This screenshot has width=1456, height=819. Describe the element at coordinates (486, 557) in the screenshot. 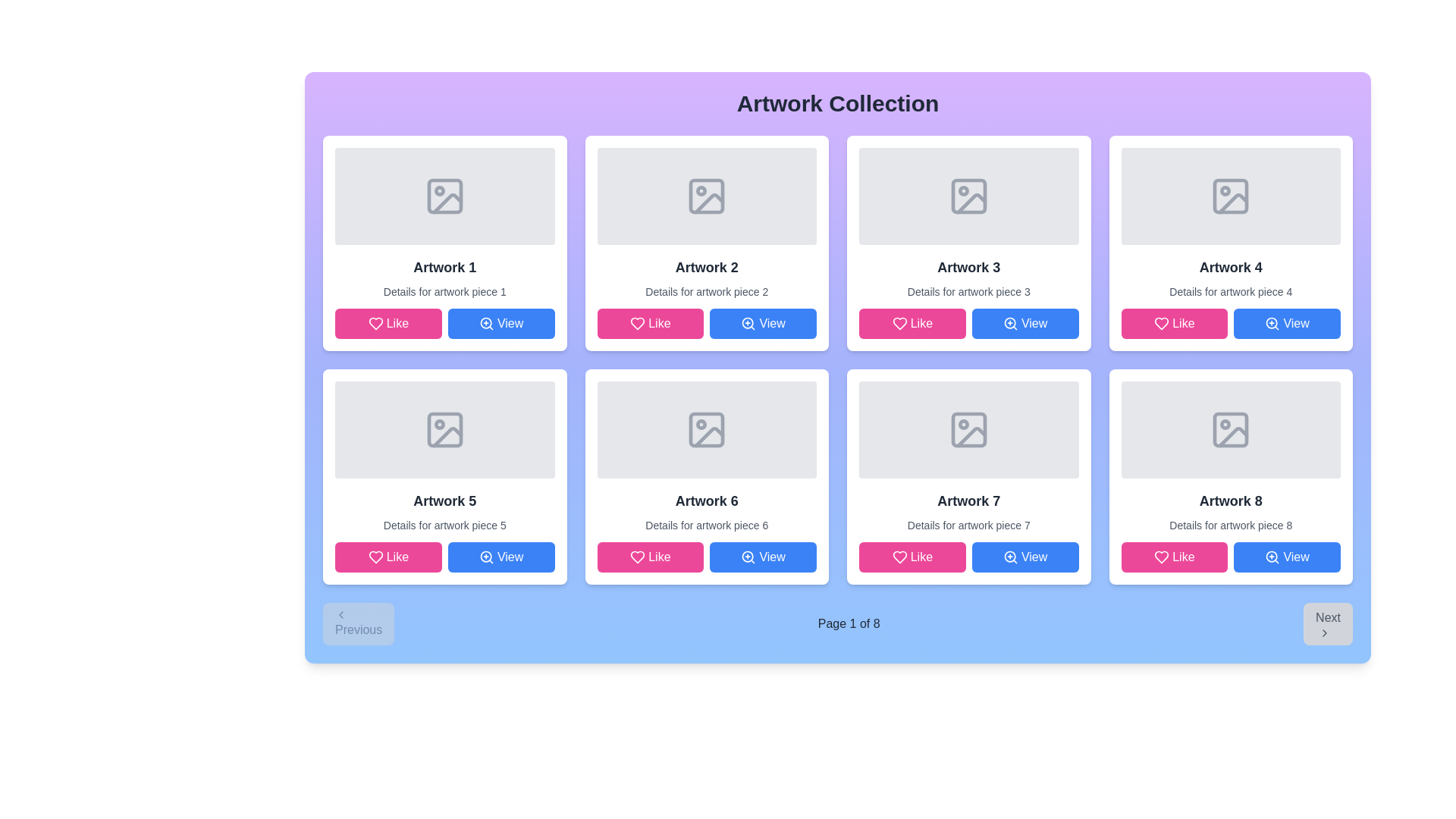

I see `the magnifying glass icon with a plus sign embedded inside the blue 'View' button for 'Artwork 5' located in the lower-right side of the card` at that location.